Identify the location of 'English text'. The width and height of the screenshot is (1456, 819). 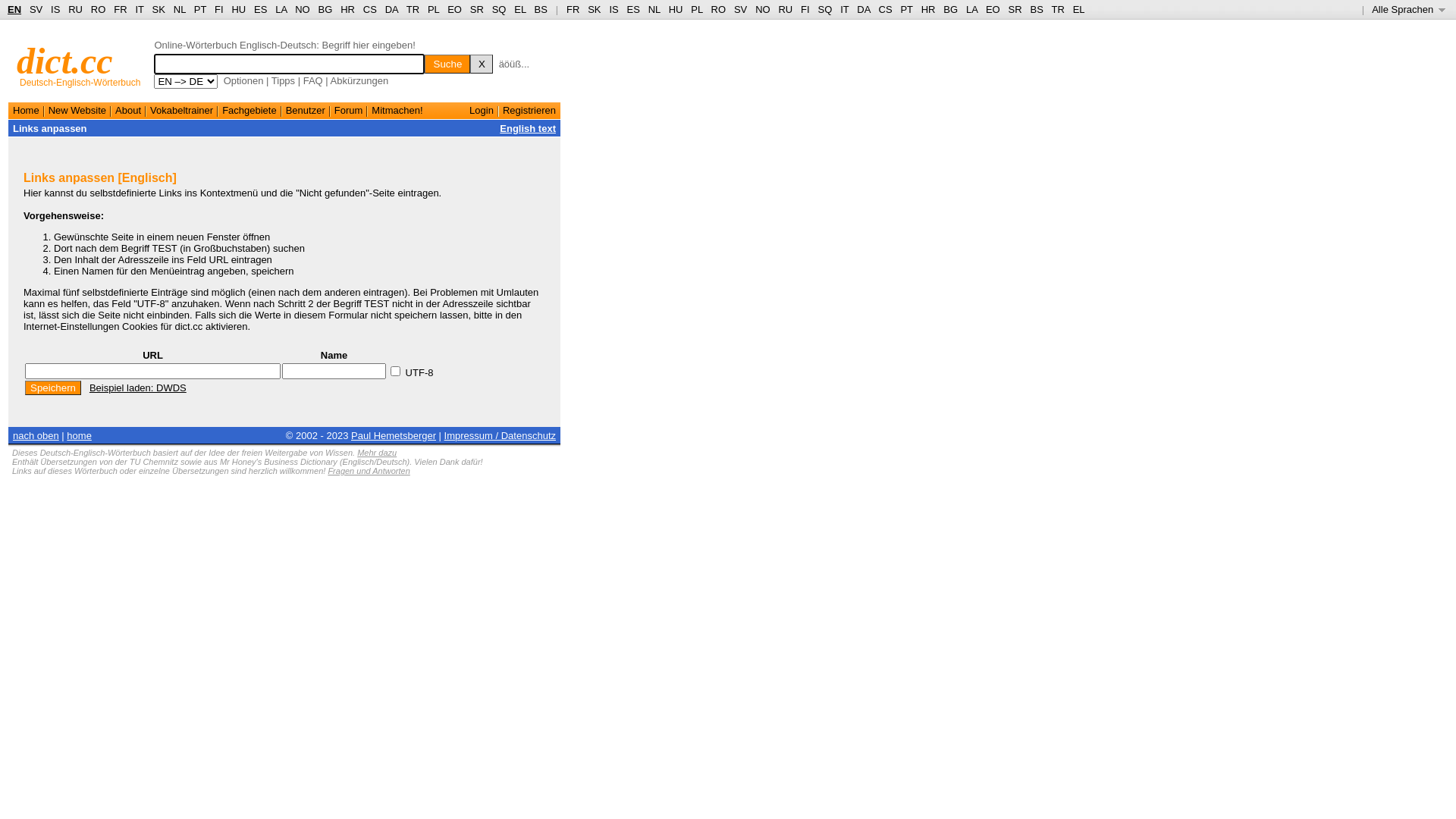
(528, 127).